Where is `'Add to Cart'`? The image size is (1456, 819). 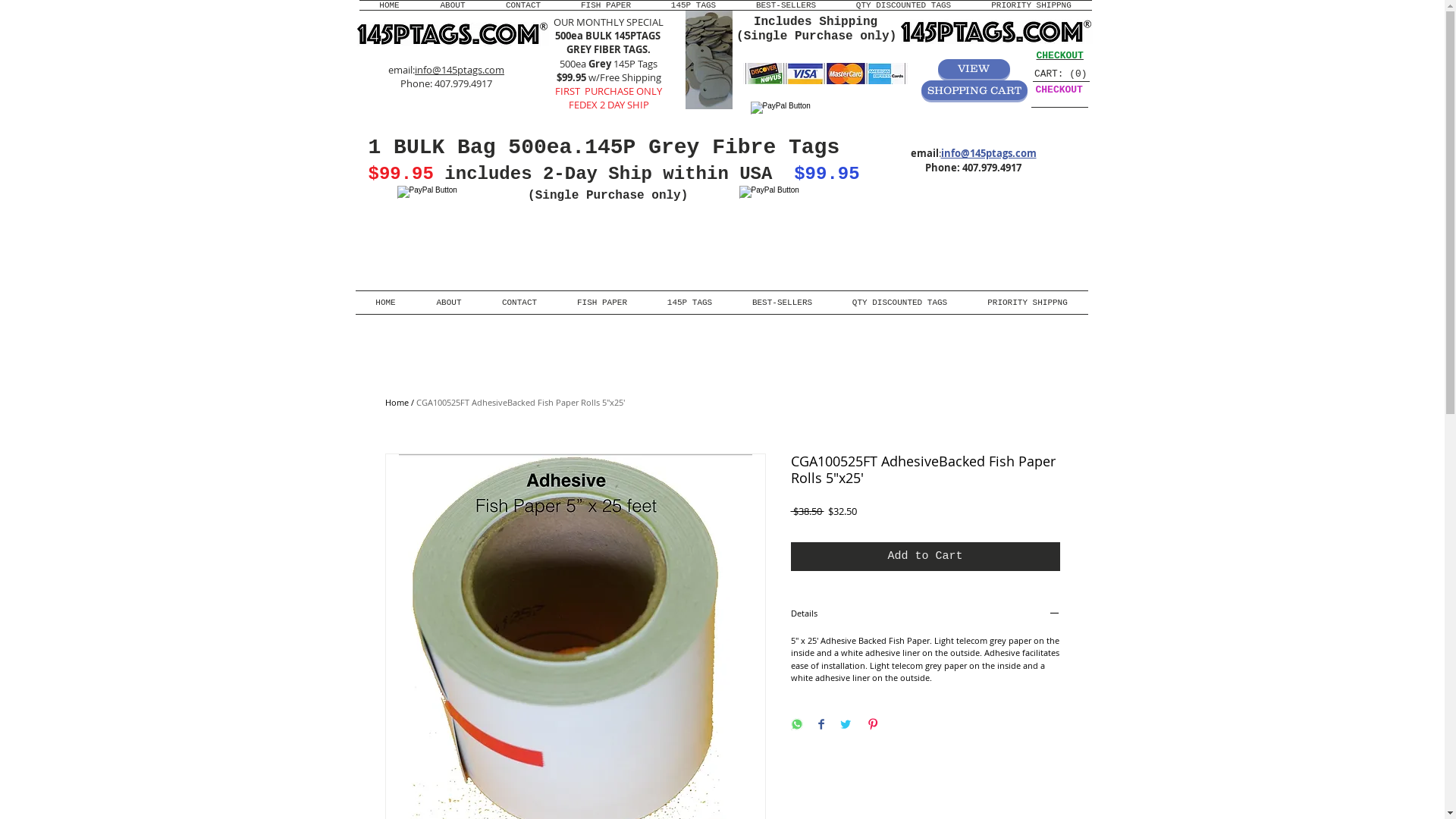
'Add to Cart' is located at coordinates (924, 557).